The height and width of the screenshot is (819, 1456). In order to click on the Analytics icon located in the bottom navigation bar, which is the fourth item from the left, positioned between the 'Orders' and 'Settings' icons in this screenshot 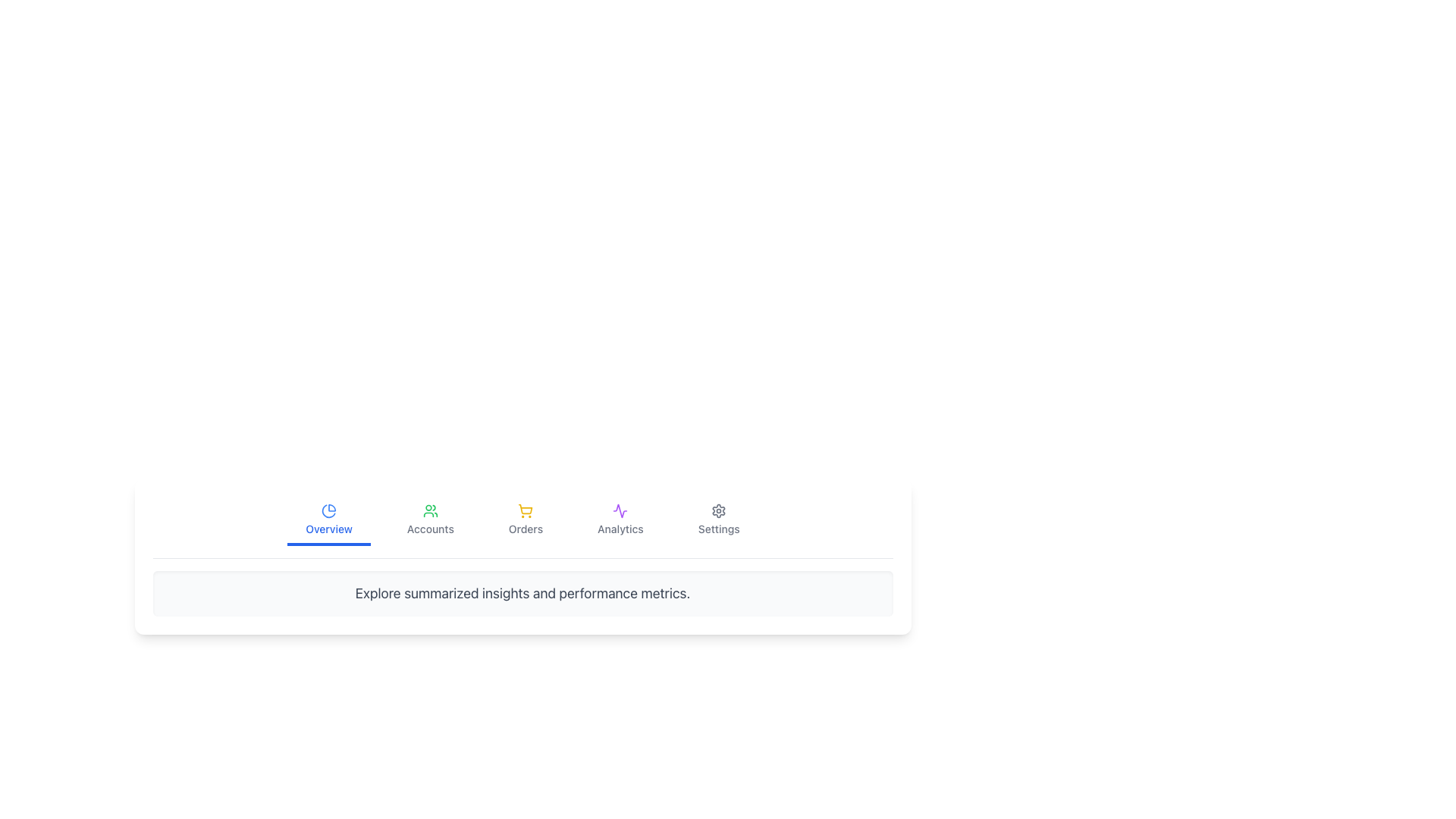, I will do `click(620, 511)`.